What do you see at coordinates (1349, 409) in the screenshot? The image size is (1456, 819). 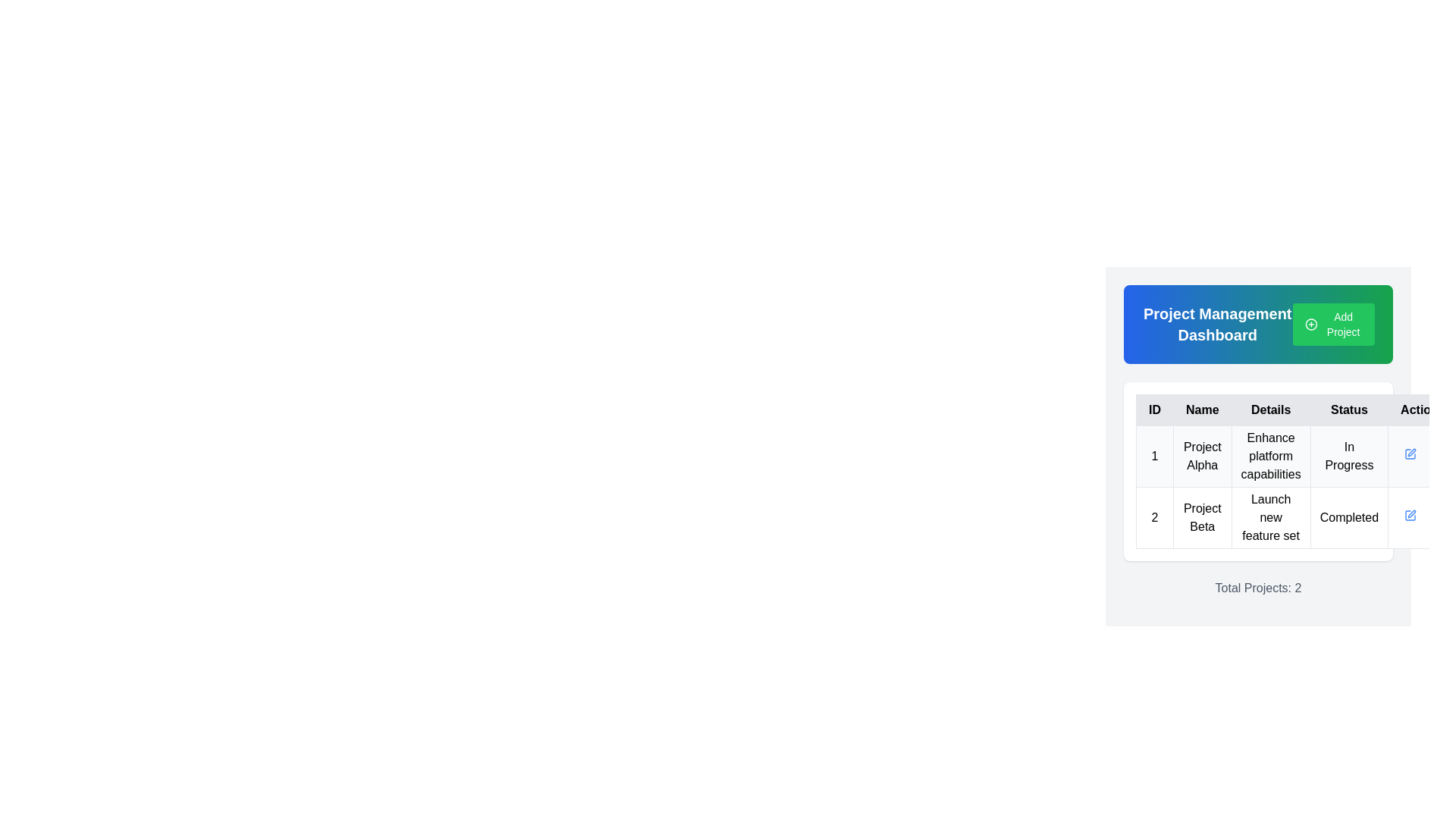 I see `the 'Status' static text label, which is displayed in bold on a light gray background and is the fourth header in a table, positioned between 'Details' and 'Actions'` at bounding box center [1349, 409].